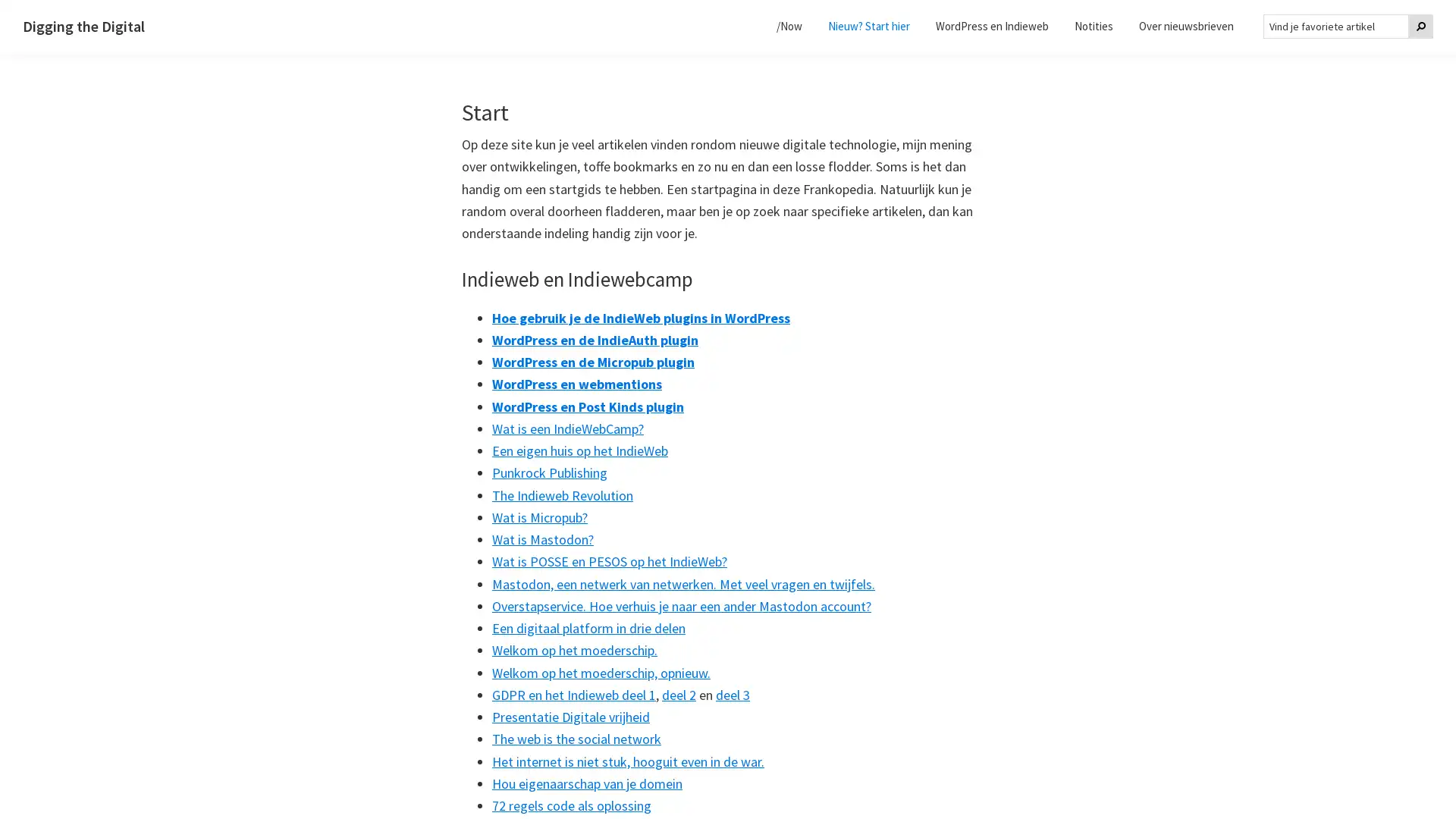  I want to click on Search, so click(1420, 26).